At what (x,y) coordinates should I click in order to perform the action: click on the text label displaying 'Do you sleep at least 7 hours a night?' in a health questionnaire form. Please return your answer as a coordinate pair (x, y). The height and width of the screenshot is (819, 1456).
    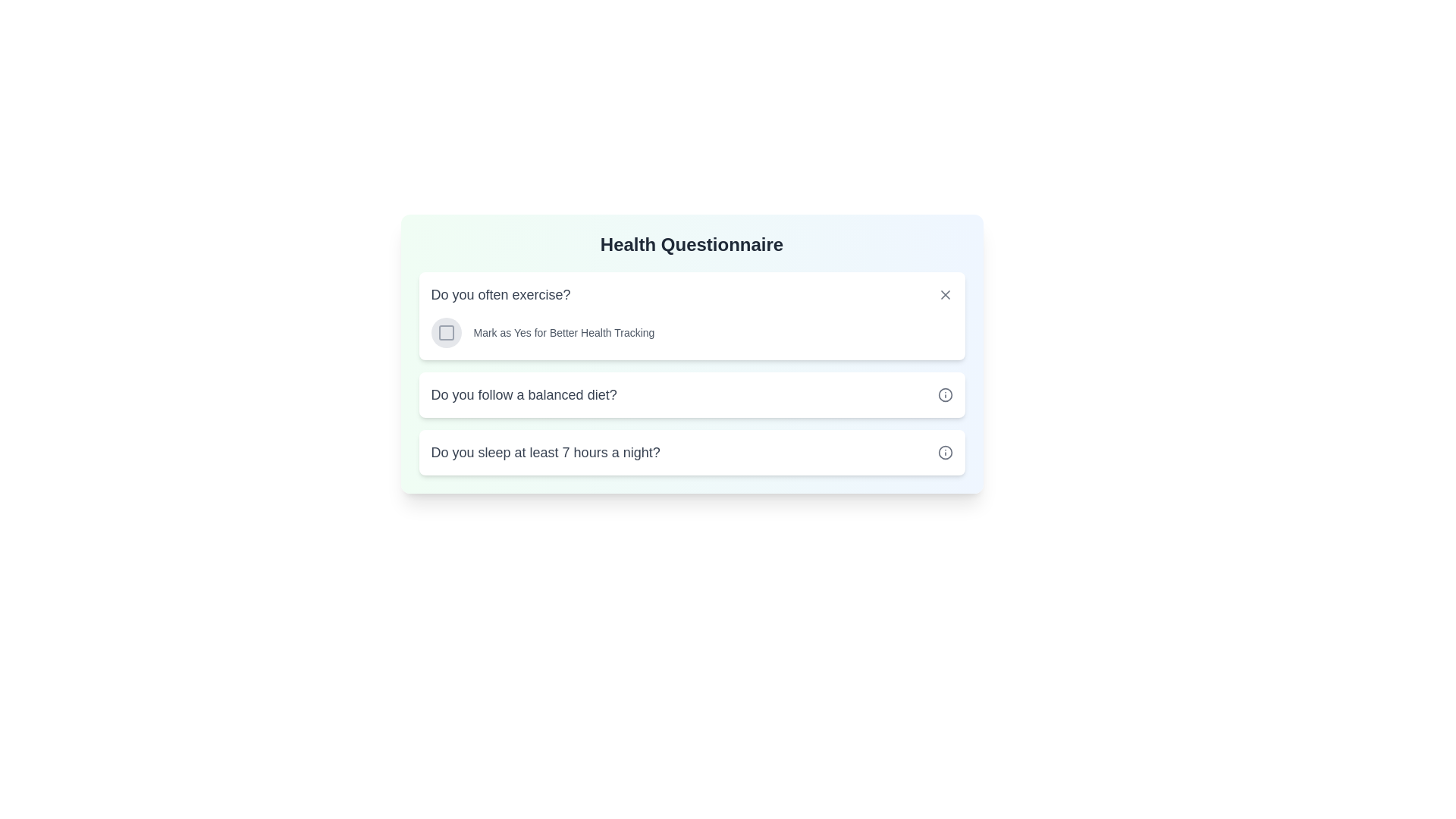
    Looking at the image, I should click on (545, 452).